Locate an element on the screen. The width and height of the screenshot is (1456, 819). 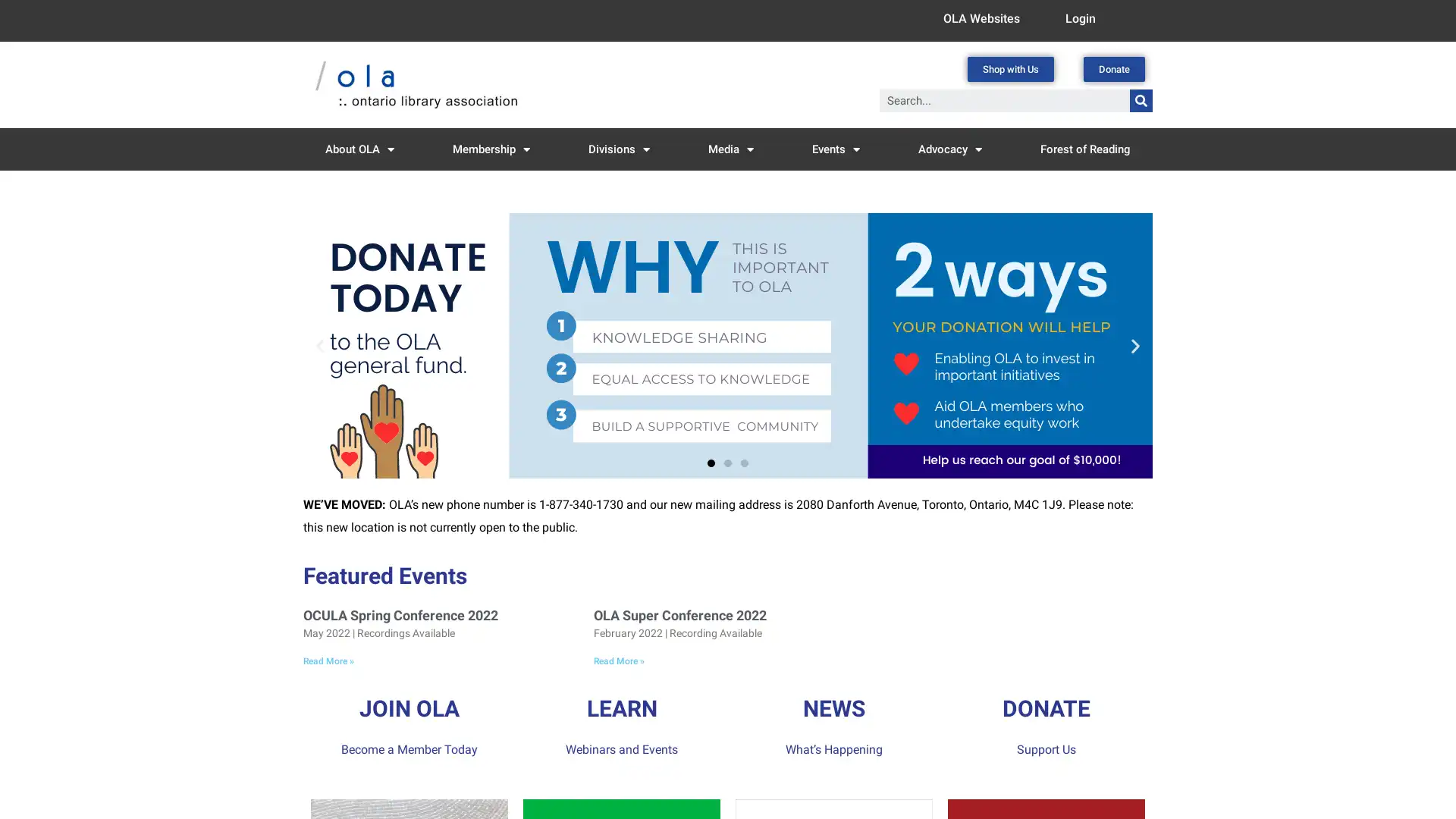
Go to slide 1 is located at coordinates (710, 462).